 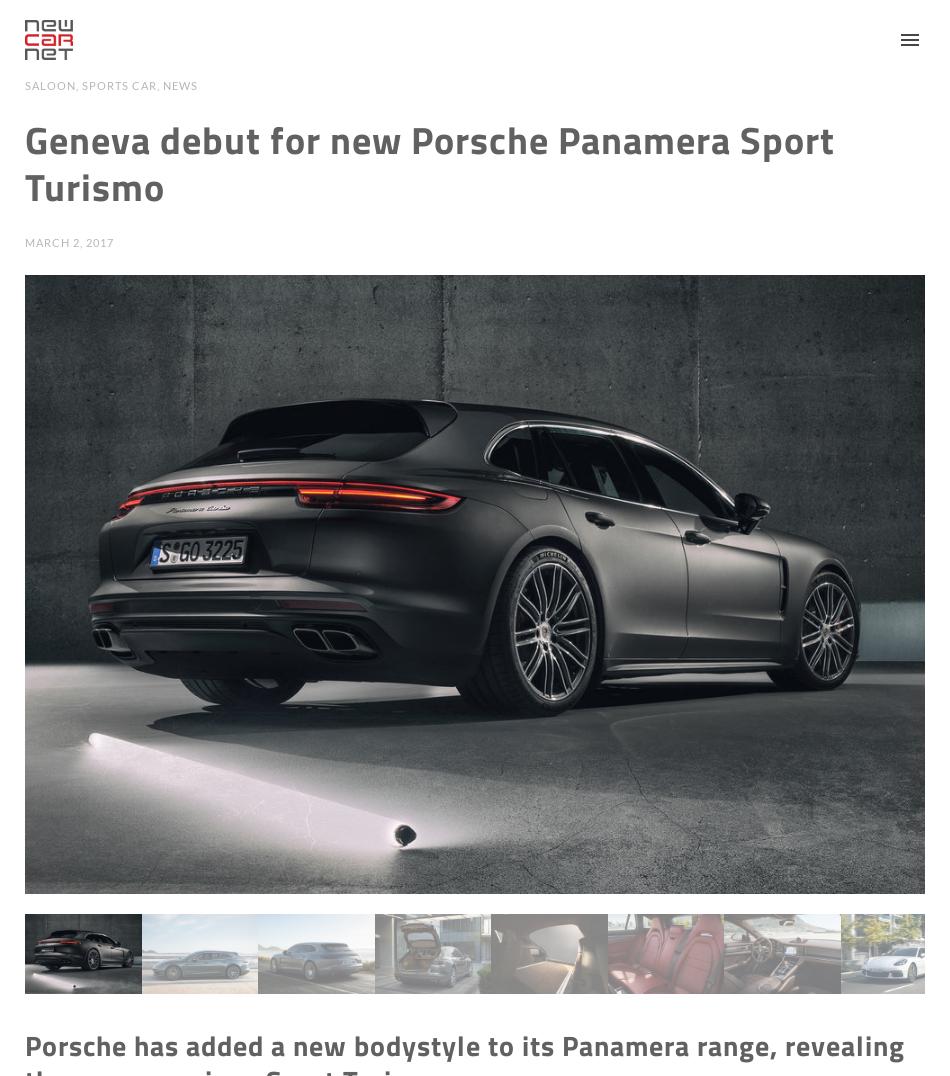 I want to click on 'Sports Car', so click(x=81, y=85).